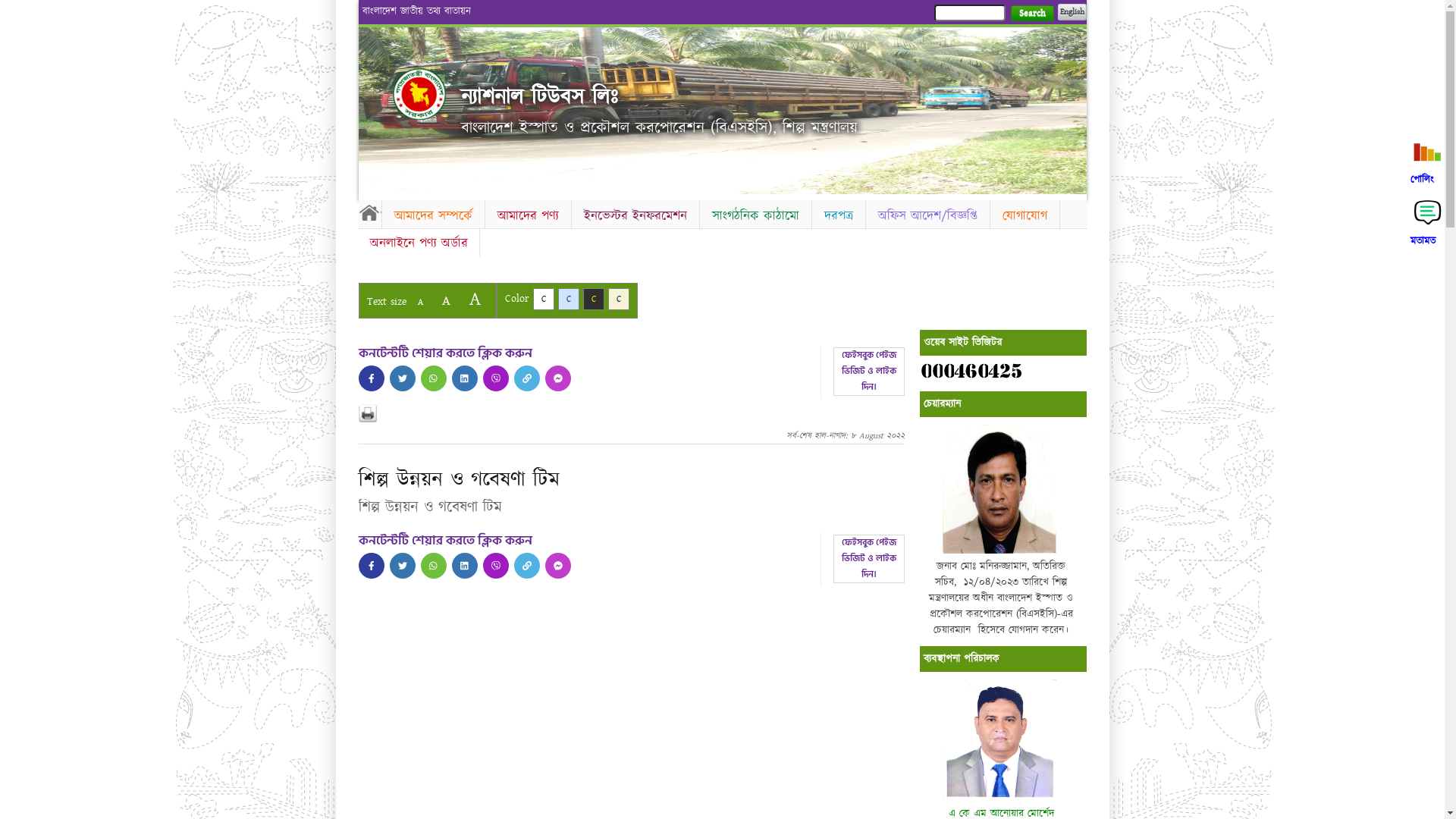 The image size is (1456, 819). What do you see at coordinates (969, 371) in the screenshot?
I see `'website counter'` at bounding box center [969, 371].